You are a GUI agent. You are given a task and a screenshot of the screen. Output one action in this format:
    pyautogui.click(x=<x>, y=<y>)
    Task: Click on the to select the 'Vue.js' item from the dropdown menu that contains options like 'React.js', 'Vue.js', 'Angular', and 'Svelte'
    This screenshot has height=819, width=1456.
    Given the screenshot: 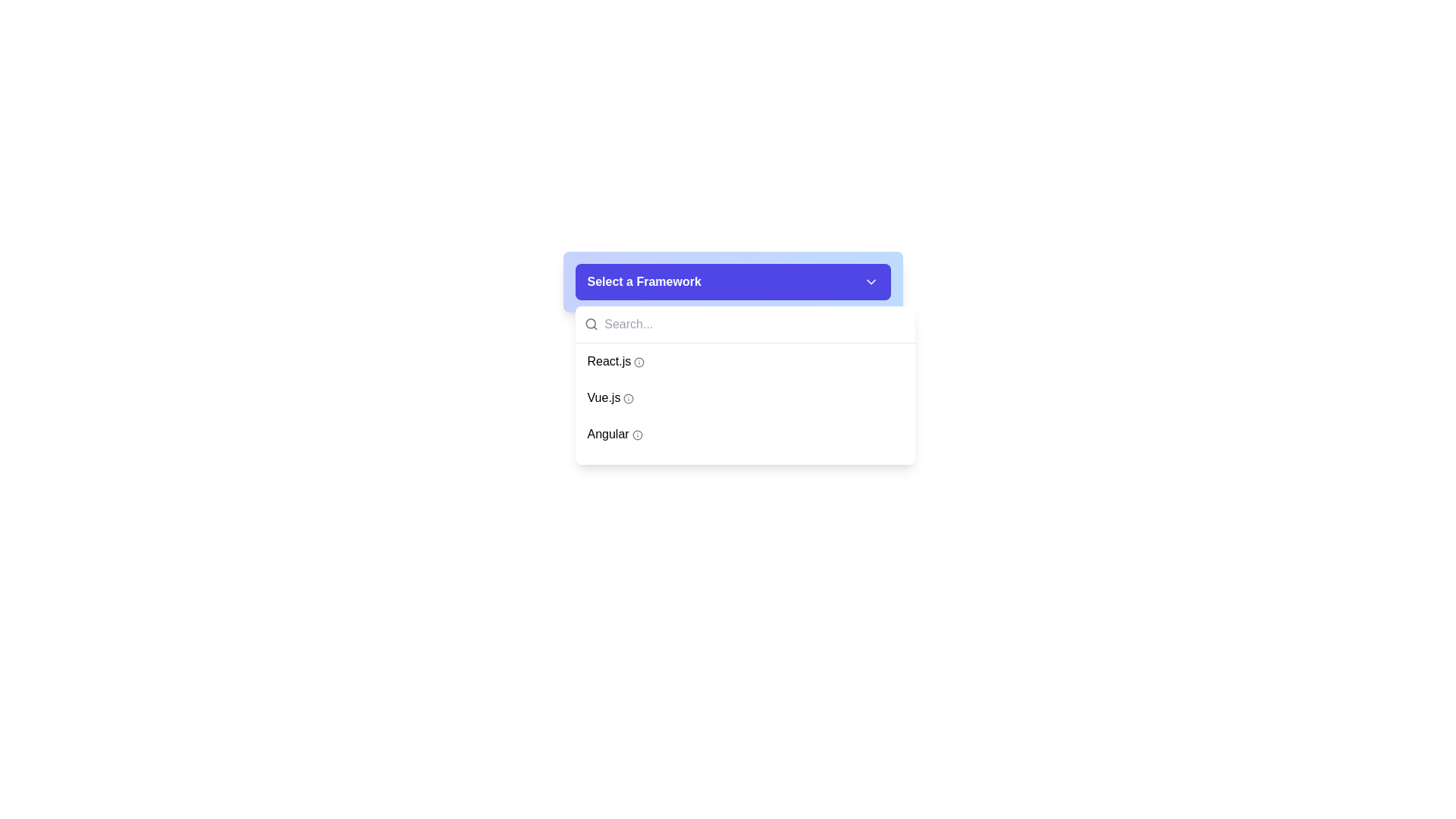 What is the action you would take?
    pyautogui.click(x=745, y=403)
    